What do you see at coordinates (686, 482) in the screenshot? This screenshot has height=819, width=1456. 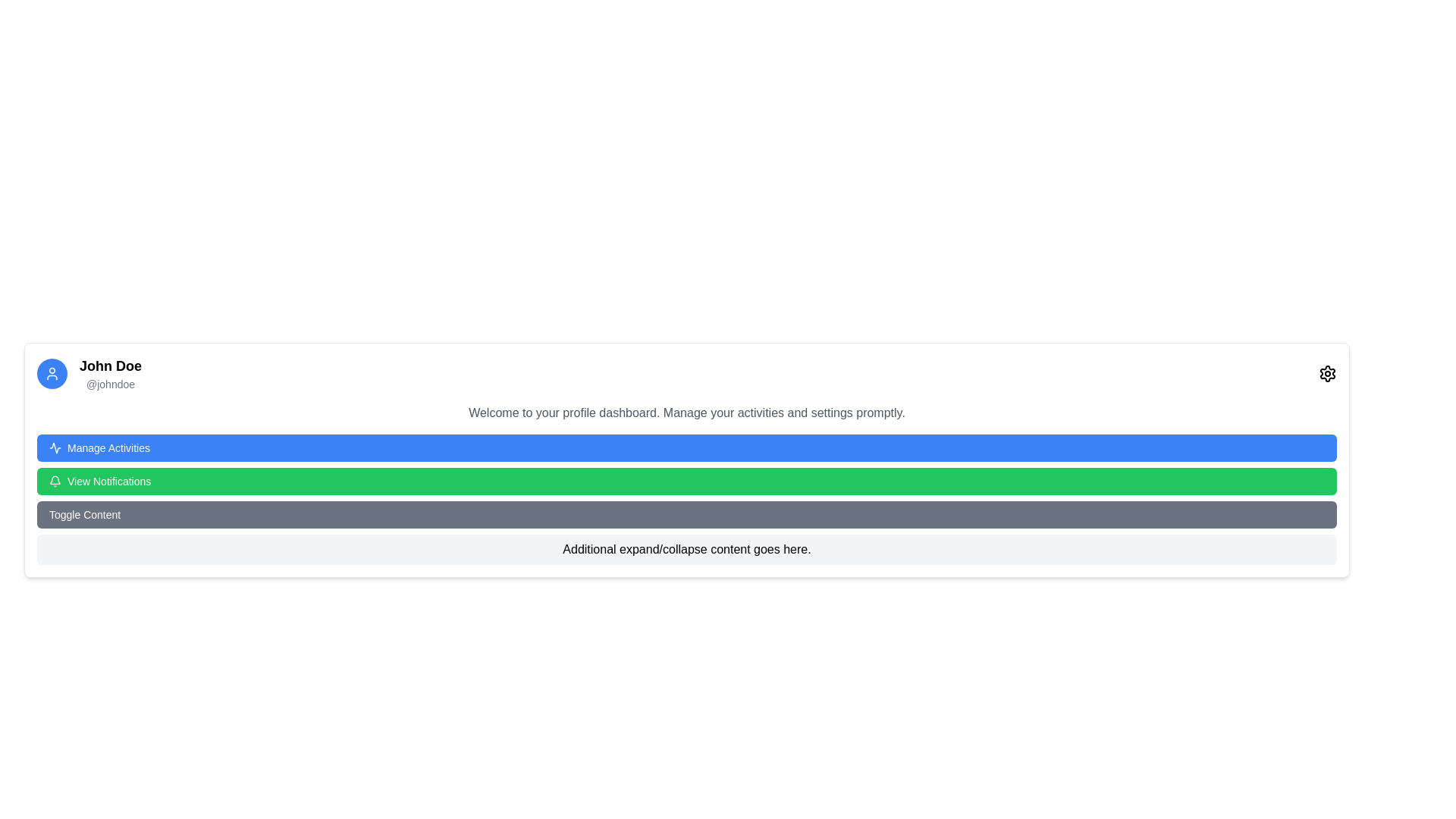 I see `the notifications button located second from the top in a vertical stack of buttons, situated between the 'Manage Activities' button above and the 'Toggle Content' button below` at bounding box center [686, 482].